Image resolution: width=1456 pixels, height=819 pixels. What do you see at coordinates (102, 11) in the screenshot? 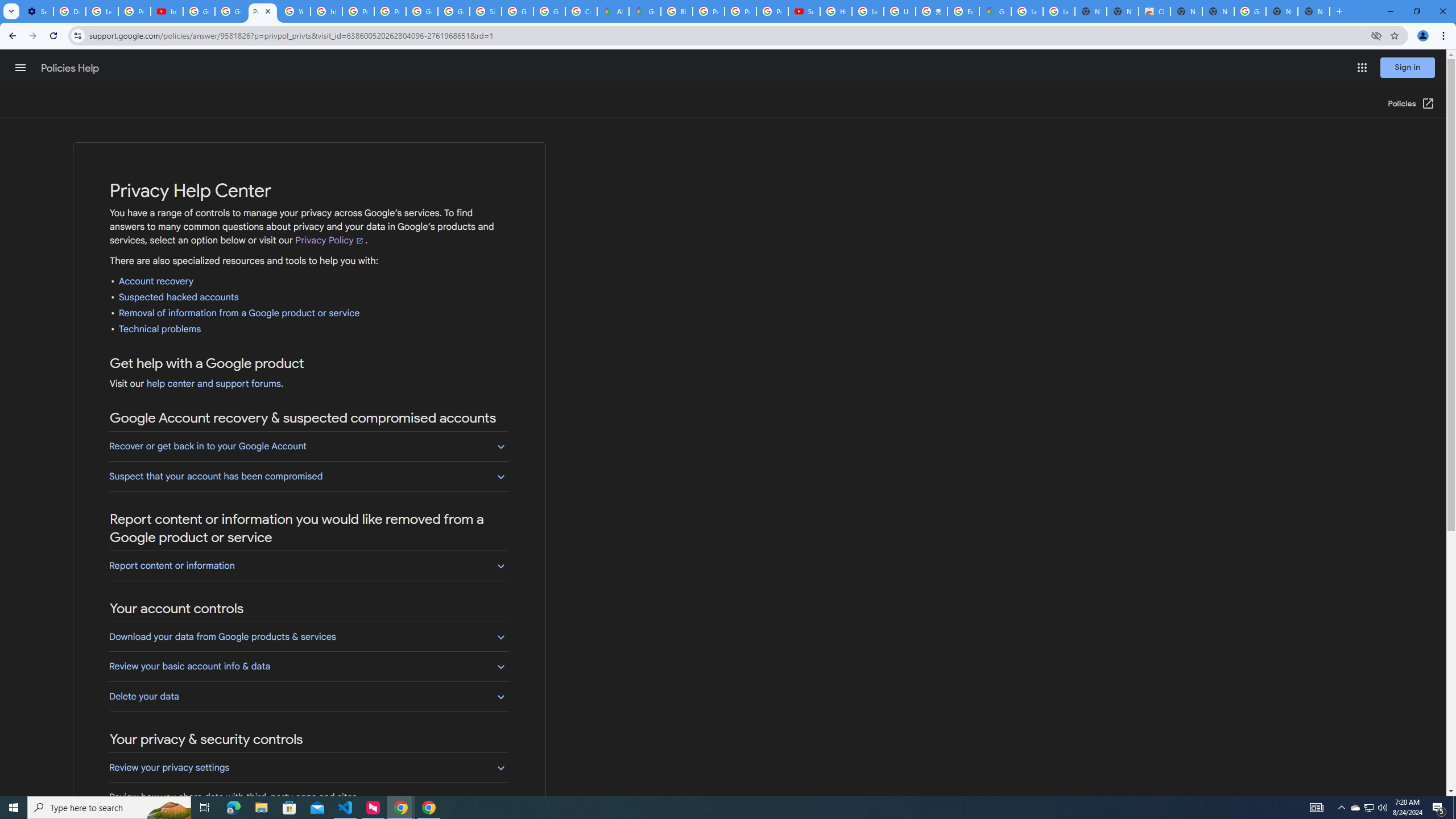
I see `'Learn how to find your photos - Google Photos Help'` at bounding box center [102, 11].